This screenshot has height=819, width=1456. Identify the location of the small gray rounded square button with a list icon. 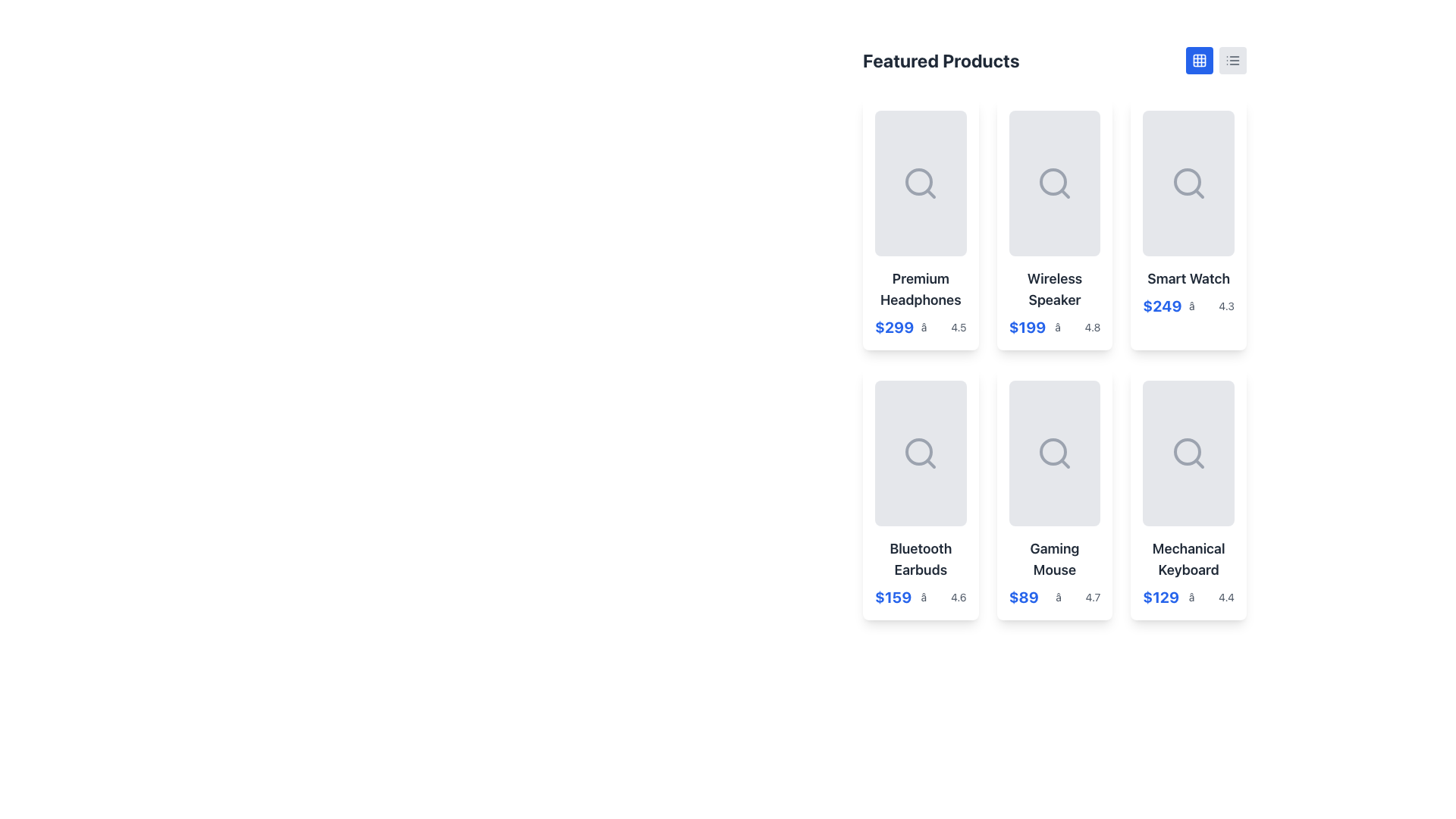
(1233, 60).